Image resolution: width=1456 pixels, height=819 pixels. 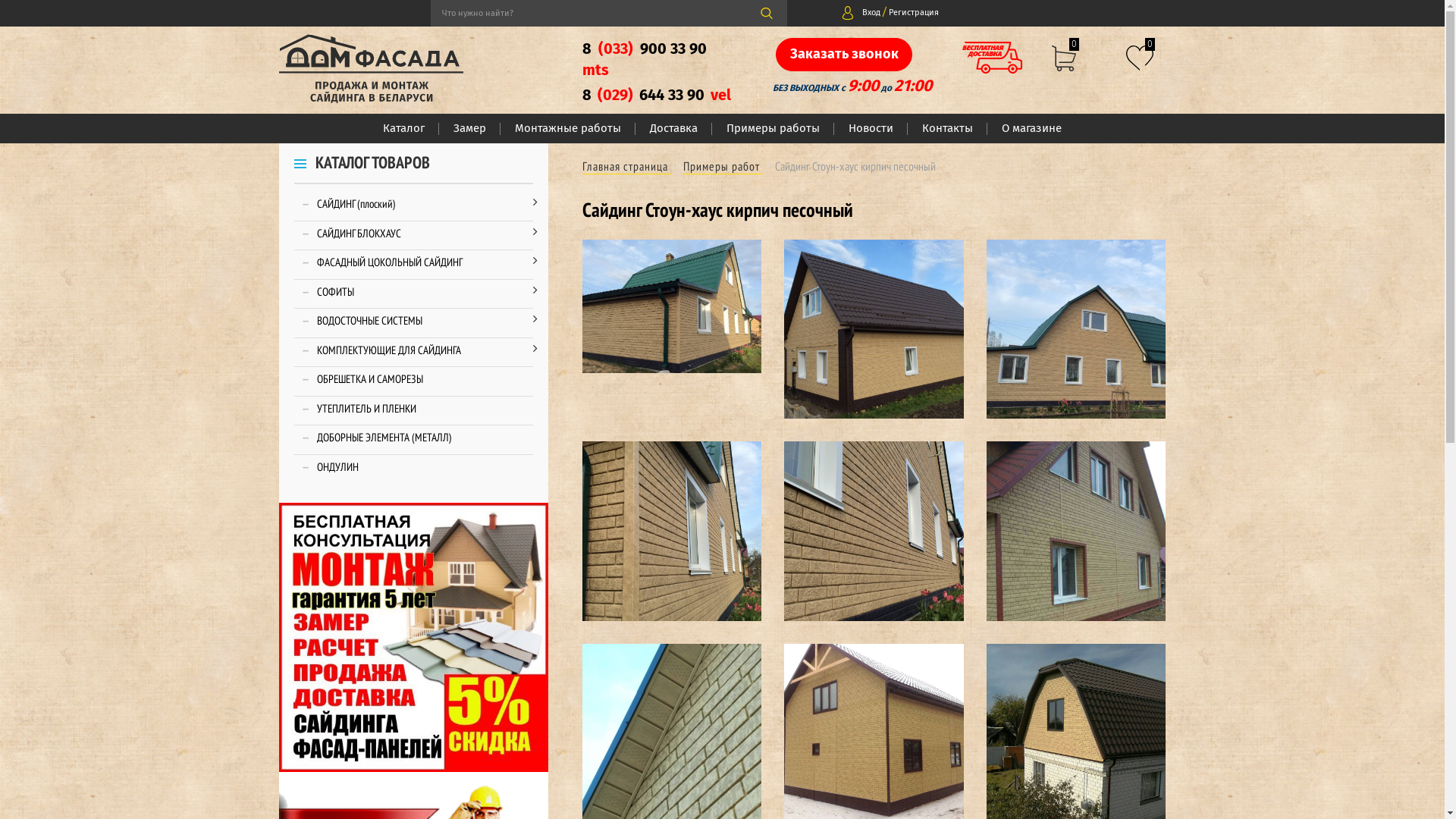 I want to click on '8  (029)  644 33 90  vel', so click(x=658, y=108).